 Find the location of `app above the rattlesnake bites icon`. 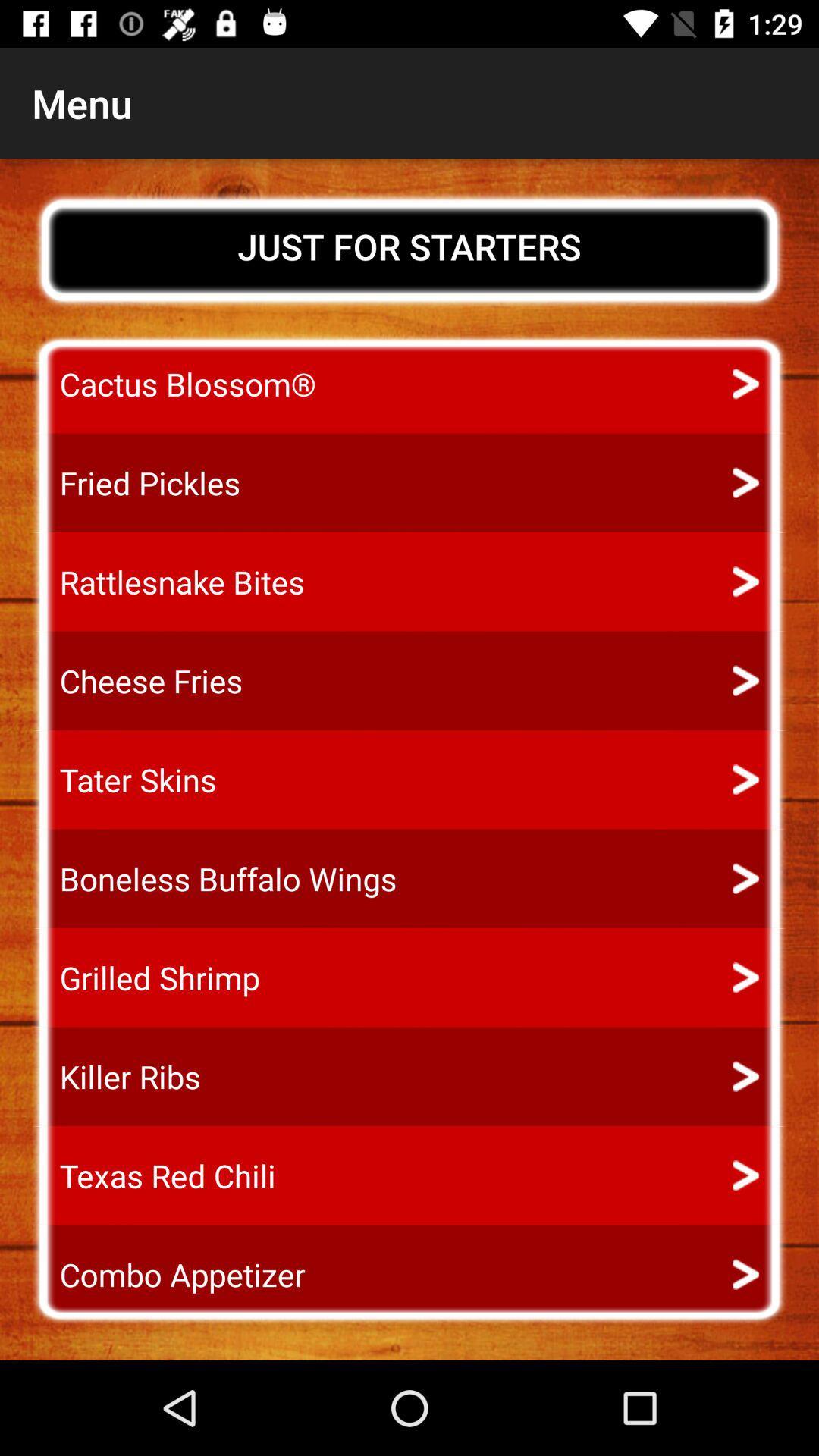

app above the rattlesnake bites icon is located at coordinates (135, 482).